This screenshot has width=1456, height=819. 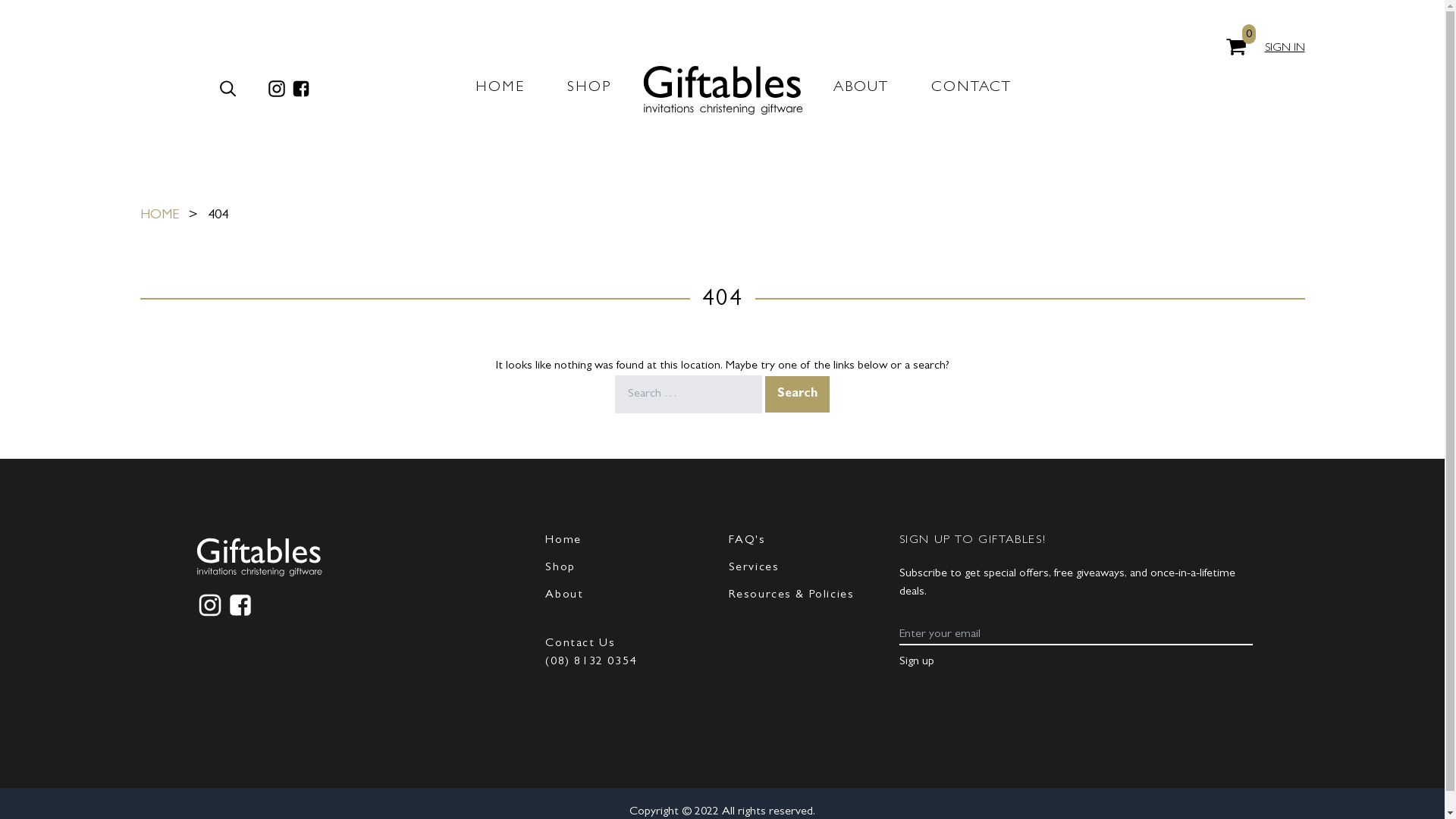 I want to click on 'SIGN IN', so click(x=1284, y=48).